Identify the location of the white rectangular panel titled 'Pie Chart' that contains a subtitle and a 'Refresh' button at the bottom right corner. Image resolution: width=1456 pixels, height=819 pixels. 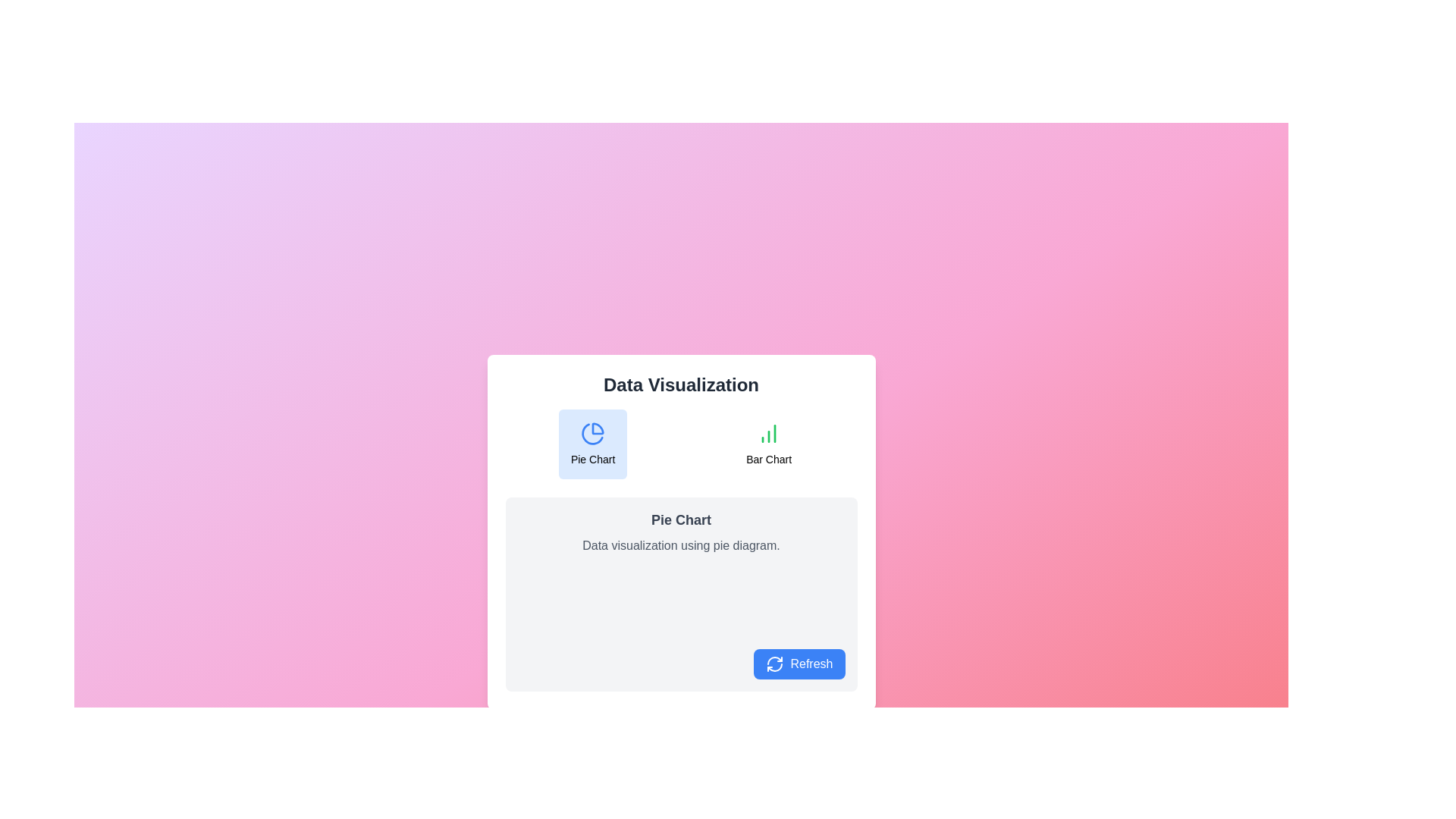
(680, 532).